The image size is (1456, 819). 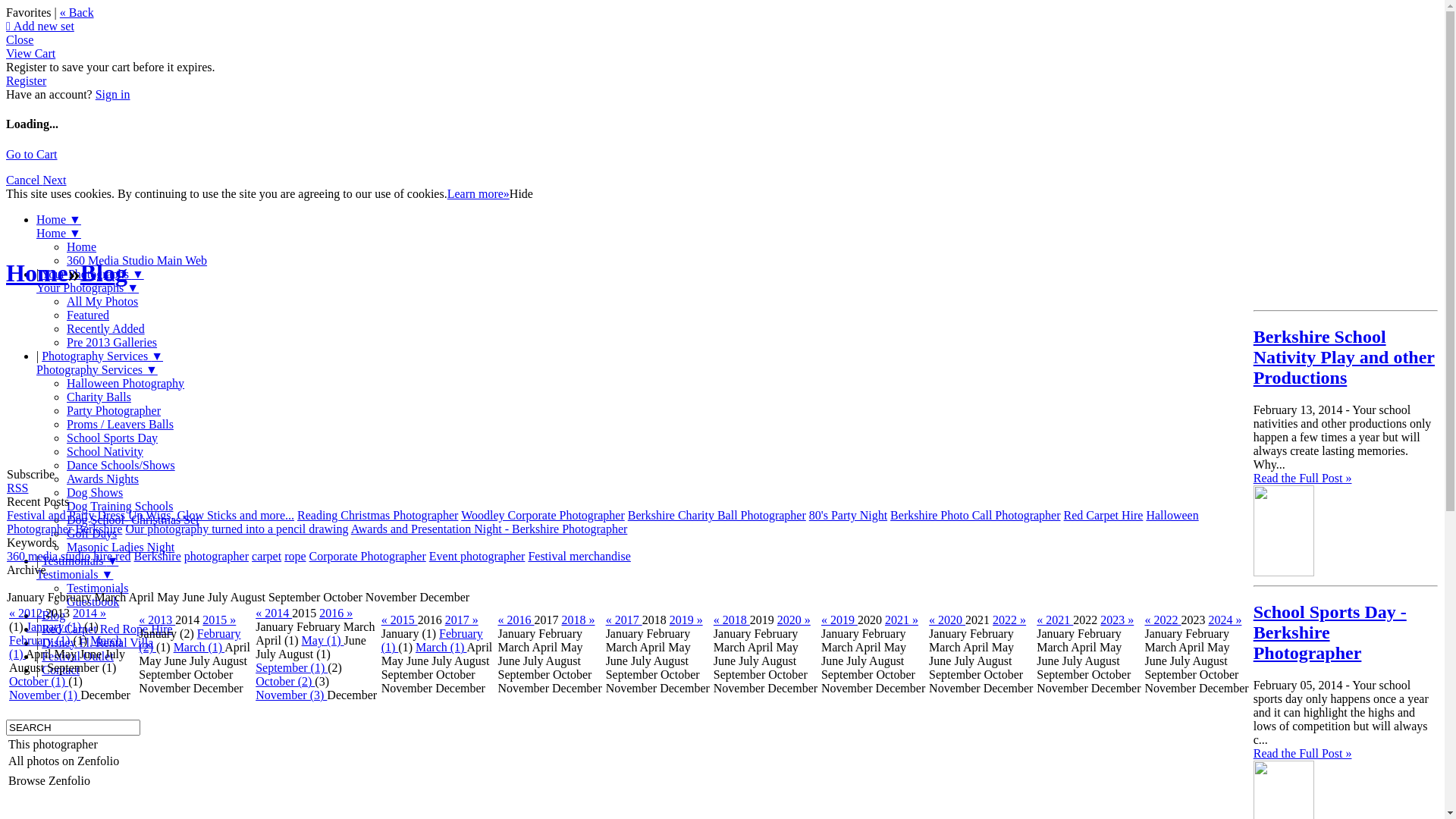 I want to click on 'Golf Days', so click(x=90, y=532).